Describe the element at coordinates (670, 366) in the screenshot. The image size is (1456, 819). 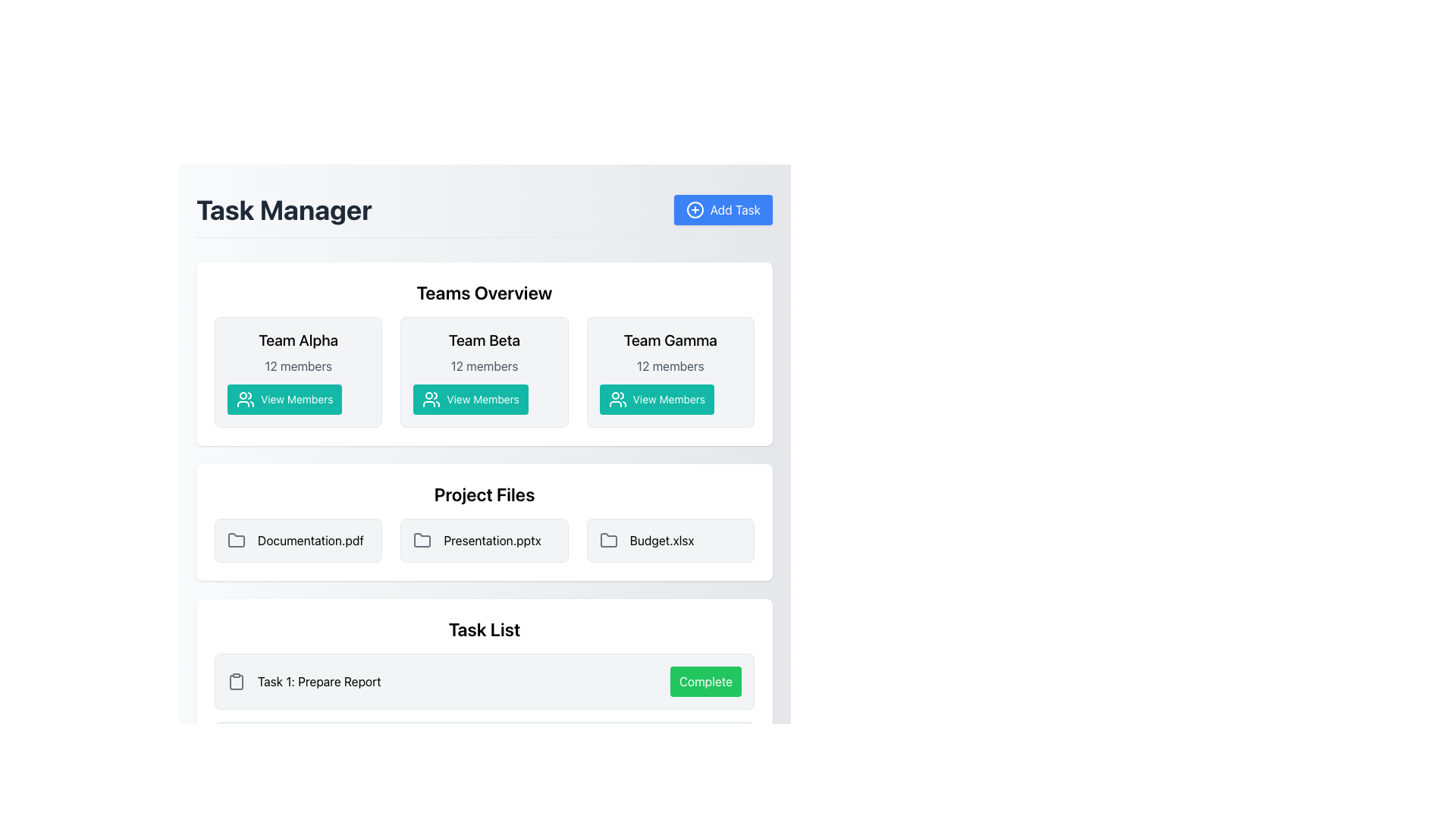
I see `the text label displaying '12 members.' located in the 'Team Gamma' card, which is below the title 'Team Gamma' and above the 'View Members' button` at that location.